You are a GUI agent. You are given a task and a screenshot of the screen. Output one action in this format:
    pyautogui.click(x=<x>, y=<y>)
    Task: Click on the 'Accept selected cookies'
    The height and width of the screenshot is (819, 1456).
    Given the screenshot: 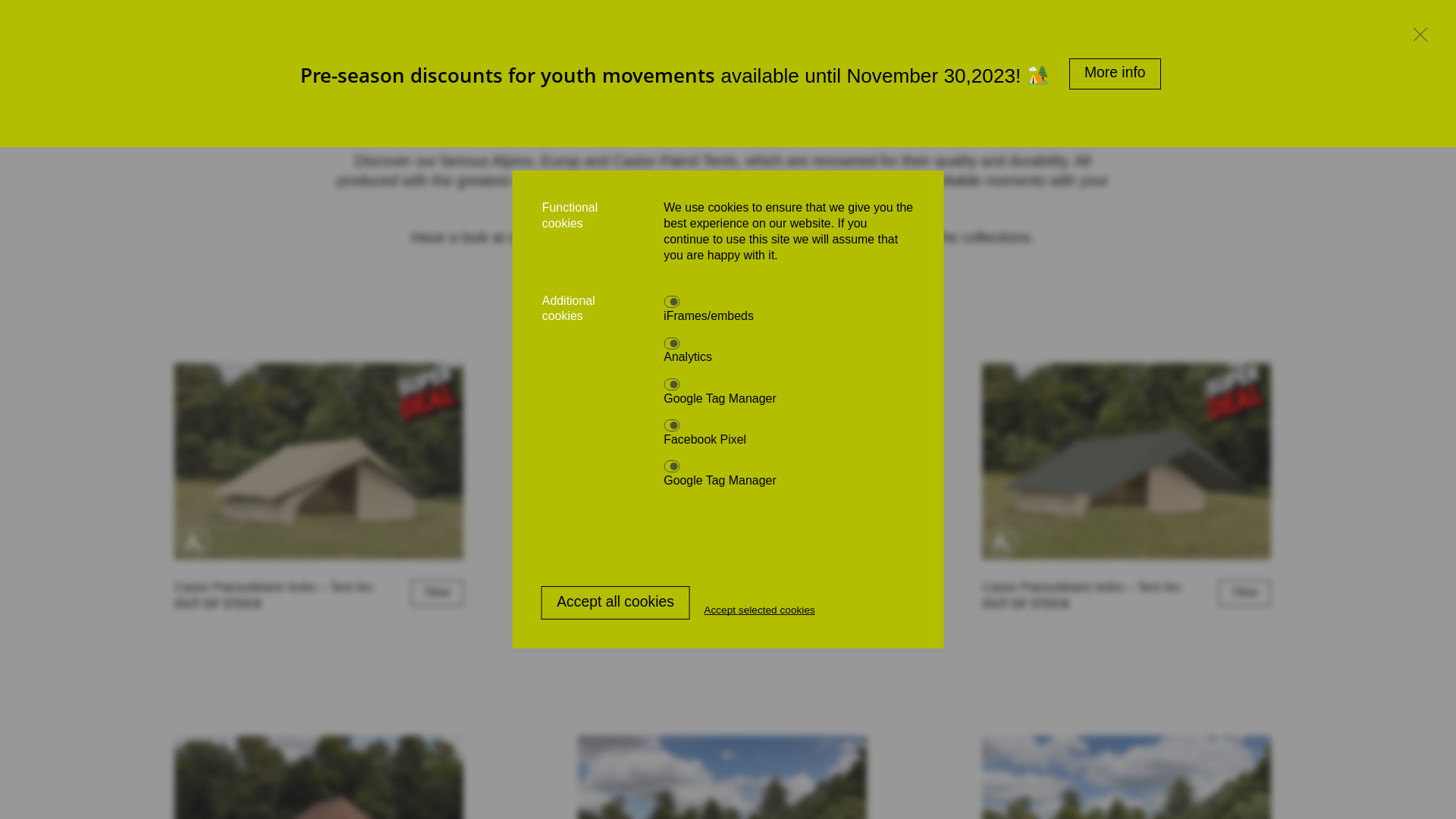 What is the action you would take?
    pyautogui.click(x=759, y=610)
    